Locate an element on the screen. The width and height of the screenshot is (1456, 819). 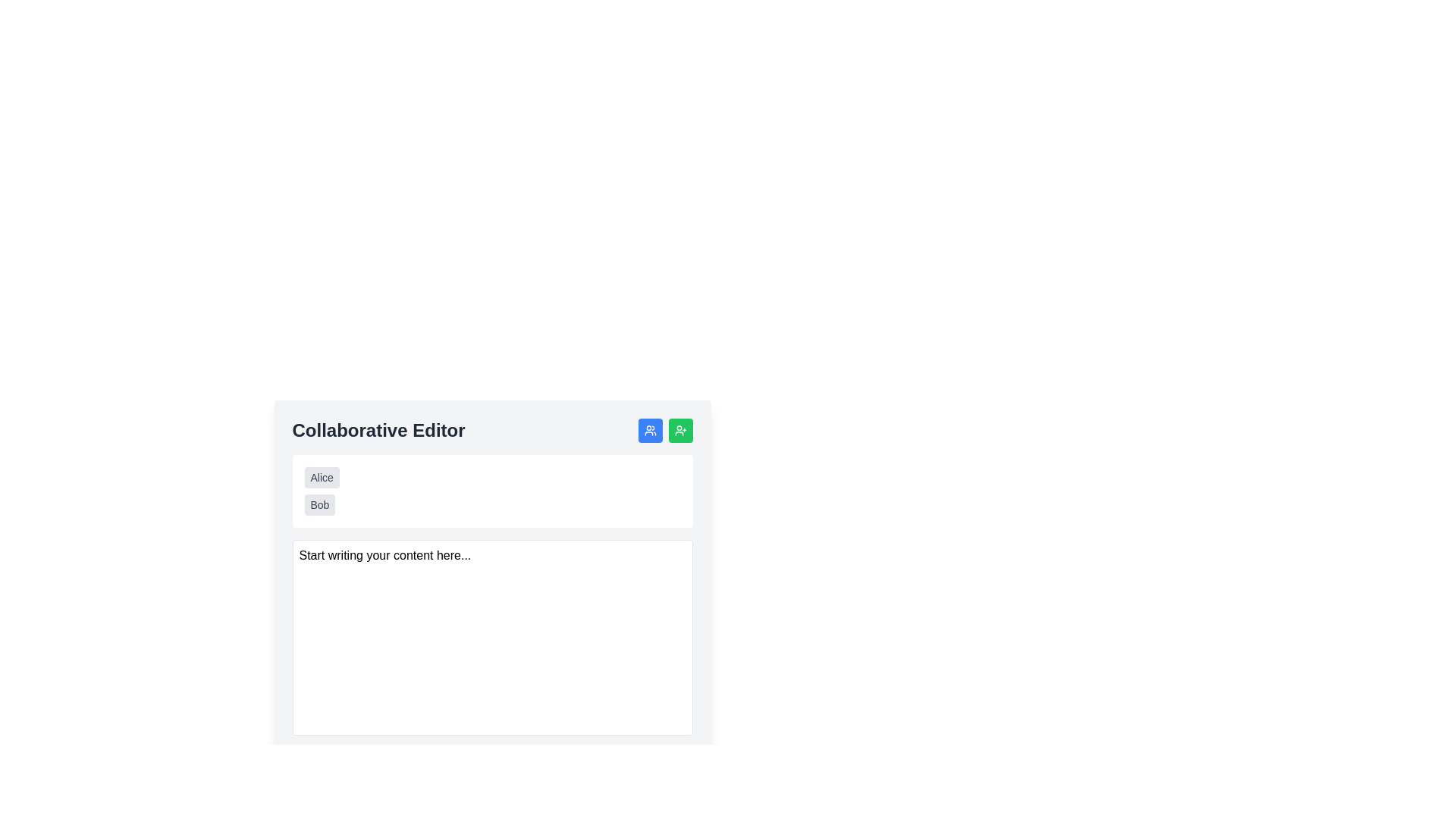
text label displaying the name 'Bob', which is located below the text label for 'Alice' in the 'Collaborative Editor' section is located at coordinates (319, 505).